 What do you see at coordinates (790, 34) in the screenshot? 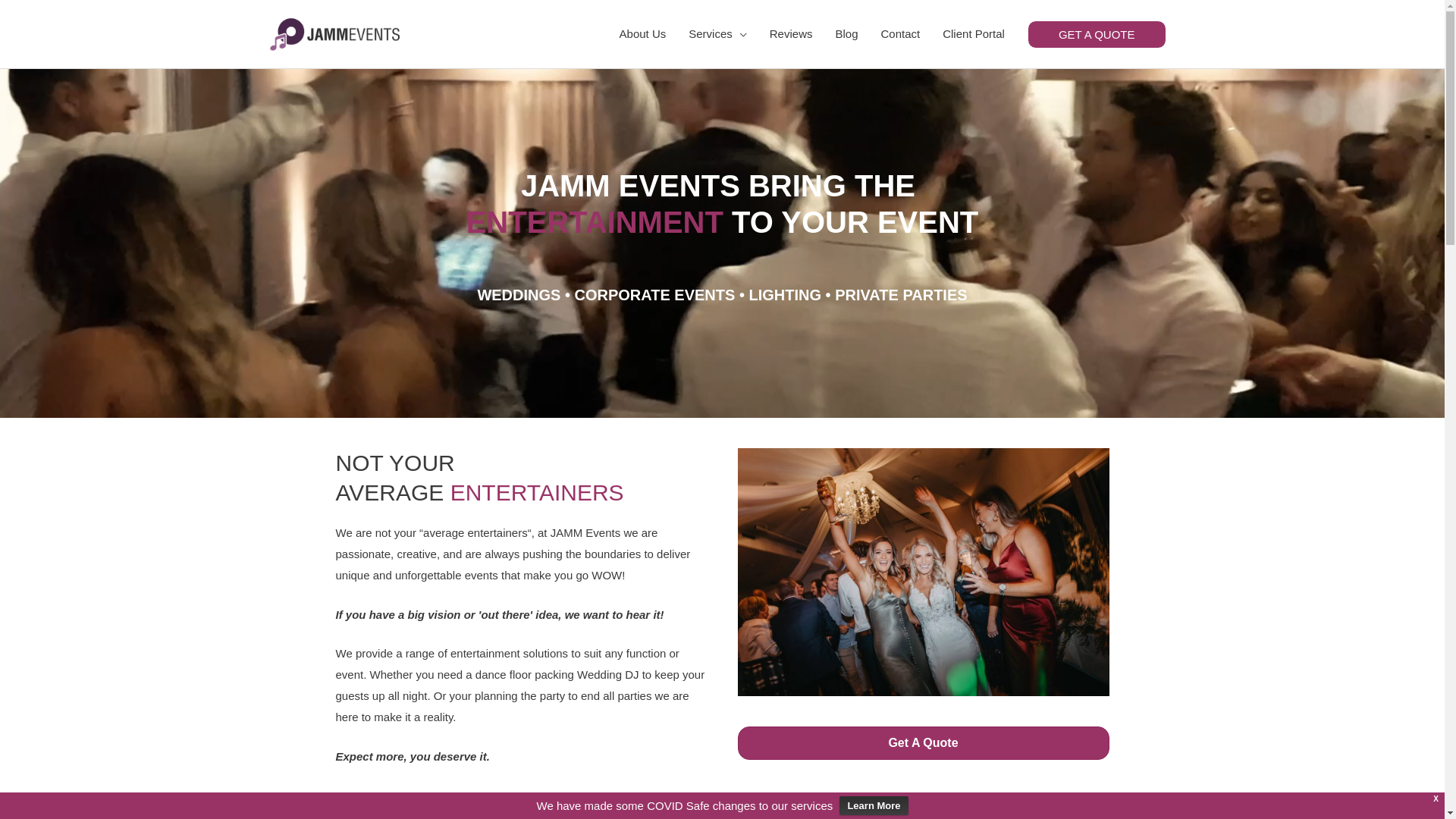
I see `'Reviews'` at bounding box center [790, 34].